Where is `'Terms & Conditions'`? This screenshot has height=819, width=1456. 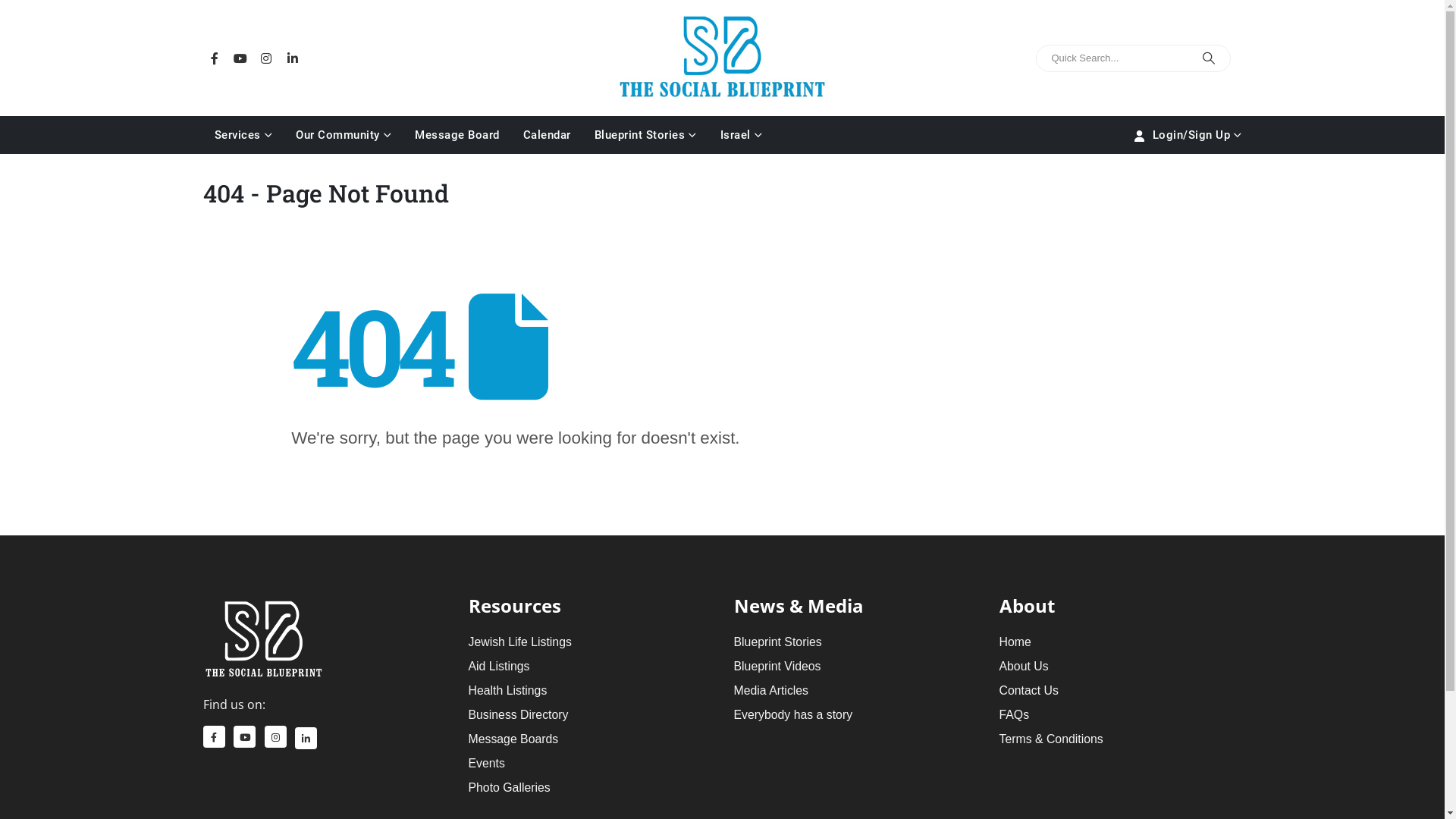 'Terms & Conditions' is located at coordinates (1050, 738).